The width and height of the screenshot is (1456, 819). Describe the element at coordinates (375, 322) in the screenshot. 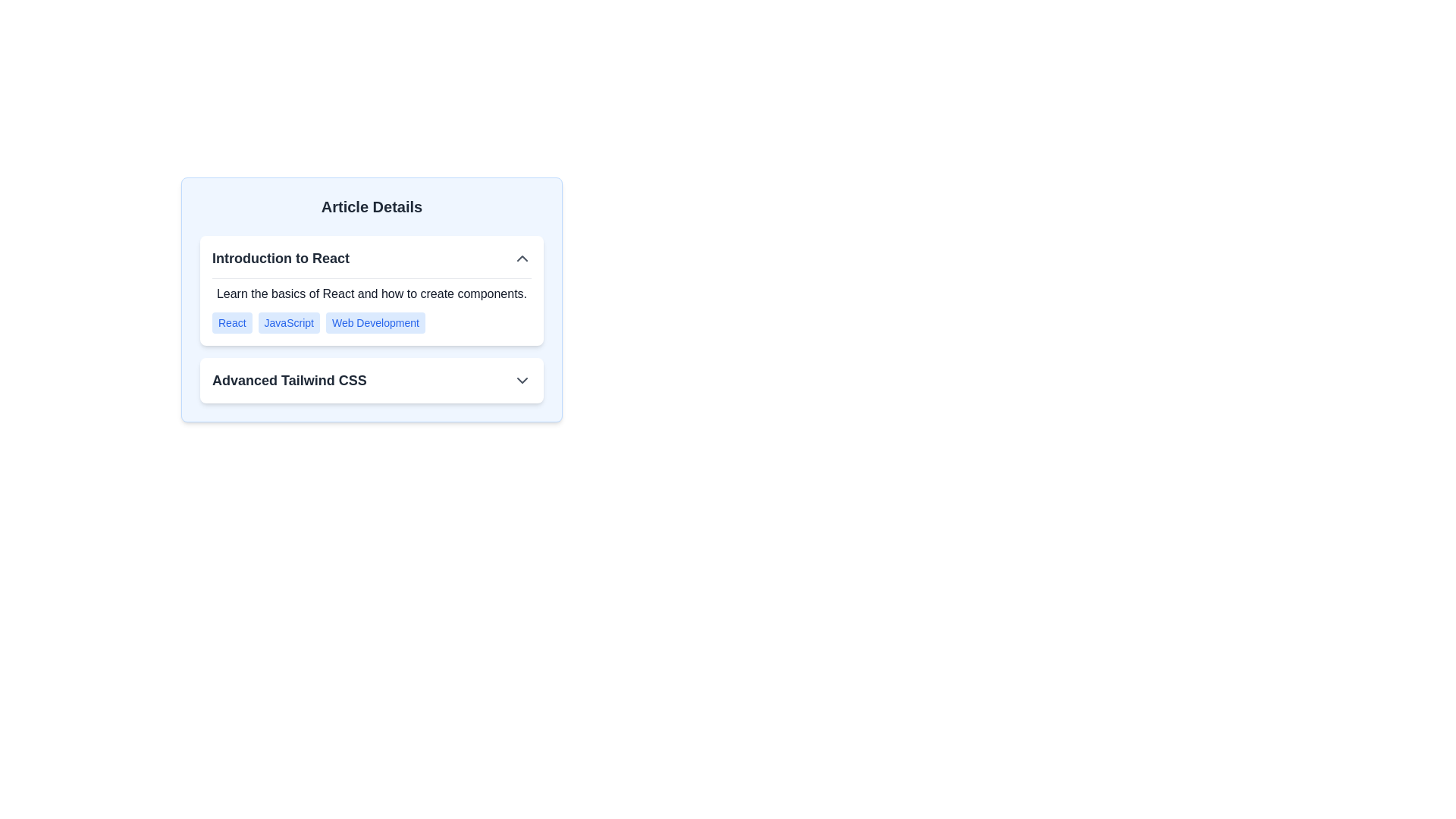

I see `the label with the text 'Web Development', which is a rectangular label with rounded corners, located in the Article Details section below the title 'Introduction to React'` at that location.